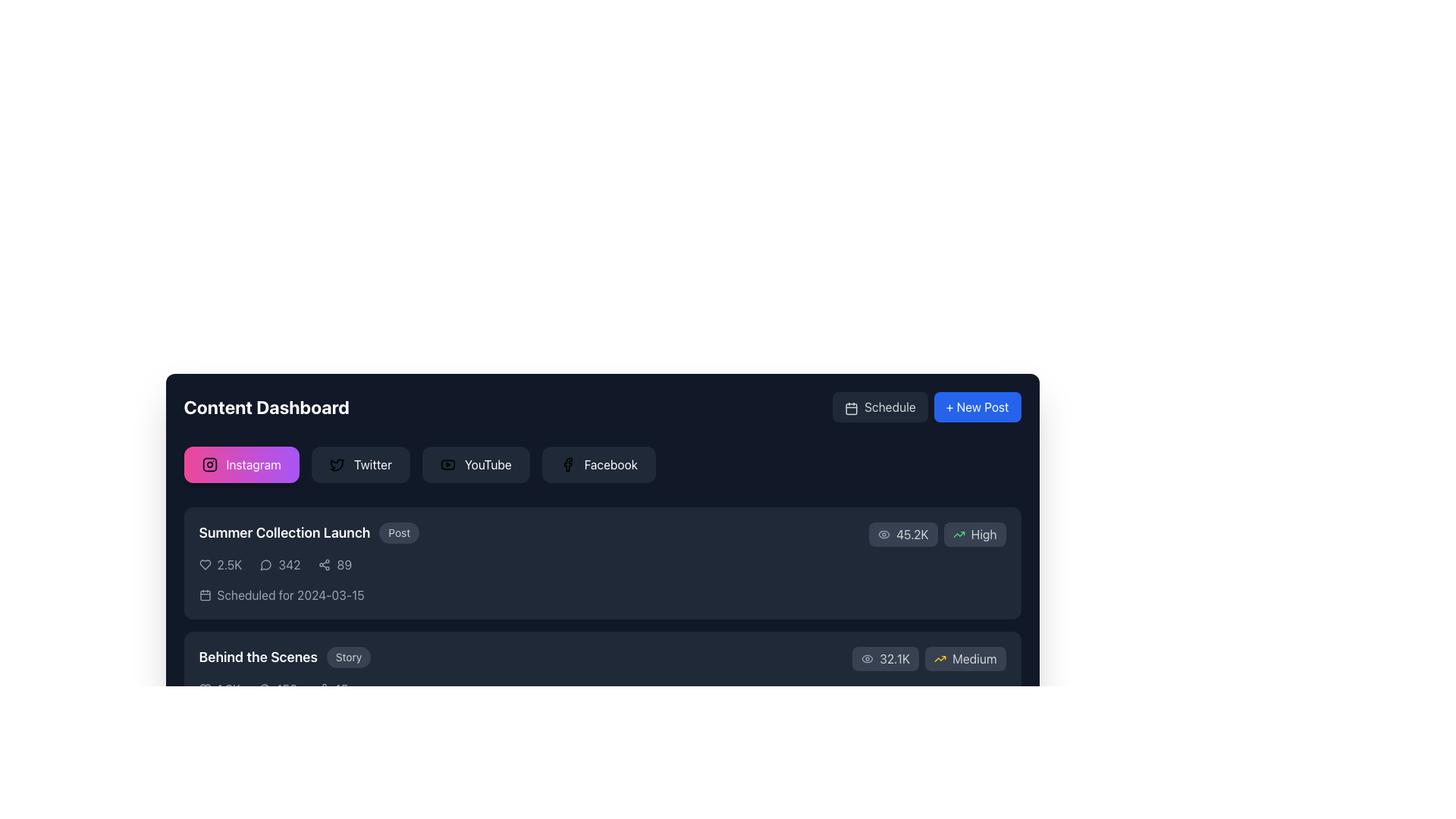 The width and height of the screenshot is (1456, 819). I want to click on the share link icon, which is represented by three interconnected circles and lines, located below the 'Behind the Scenes' content and to the left of the number '45', so click(320, 689).